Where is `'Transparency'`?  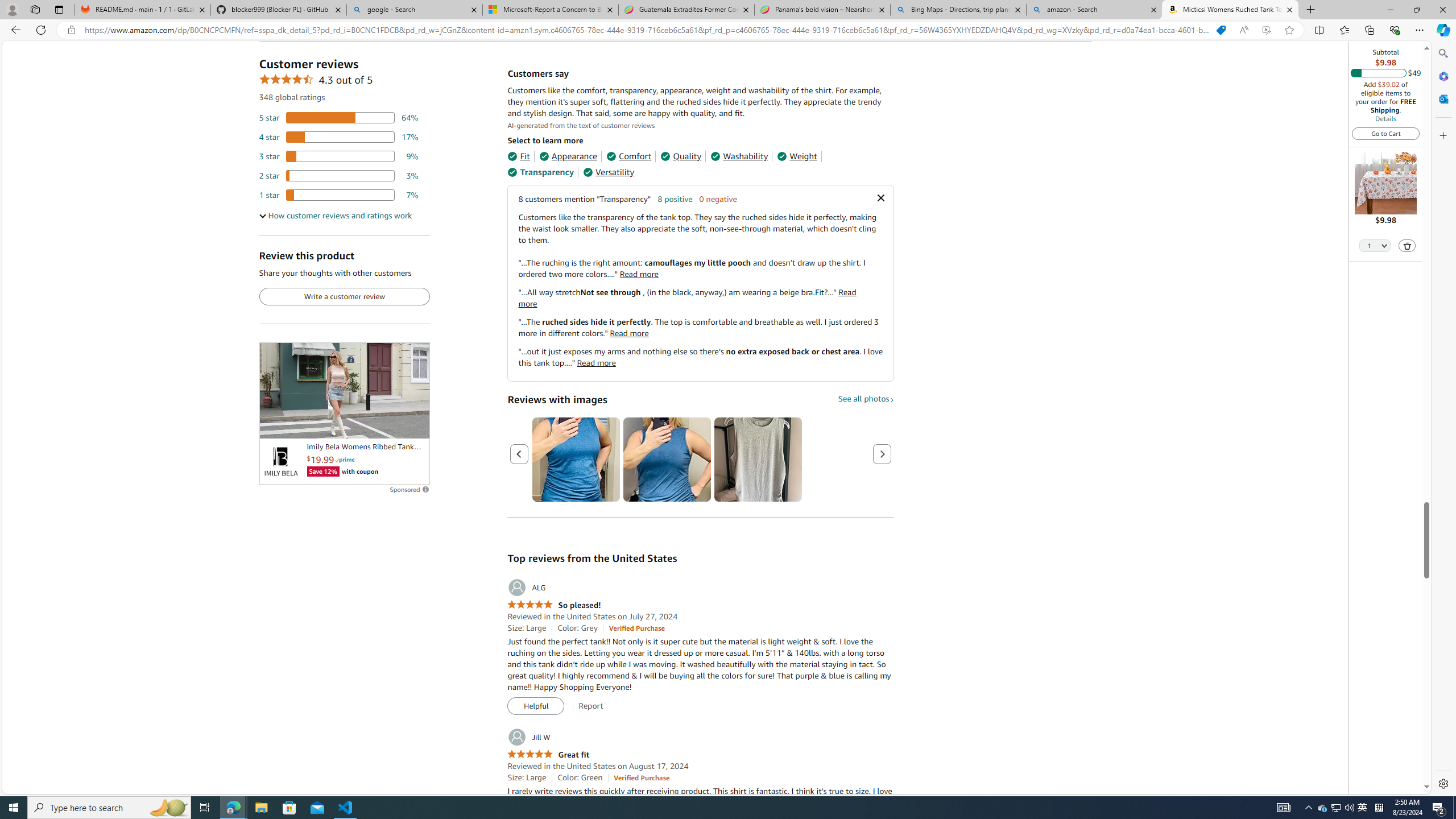
'Transparency' is located at coordinates (540, 172).